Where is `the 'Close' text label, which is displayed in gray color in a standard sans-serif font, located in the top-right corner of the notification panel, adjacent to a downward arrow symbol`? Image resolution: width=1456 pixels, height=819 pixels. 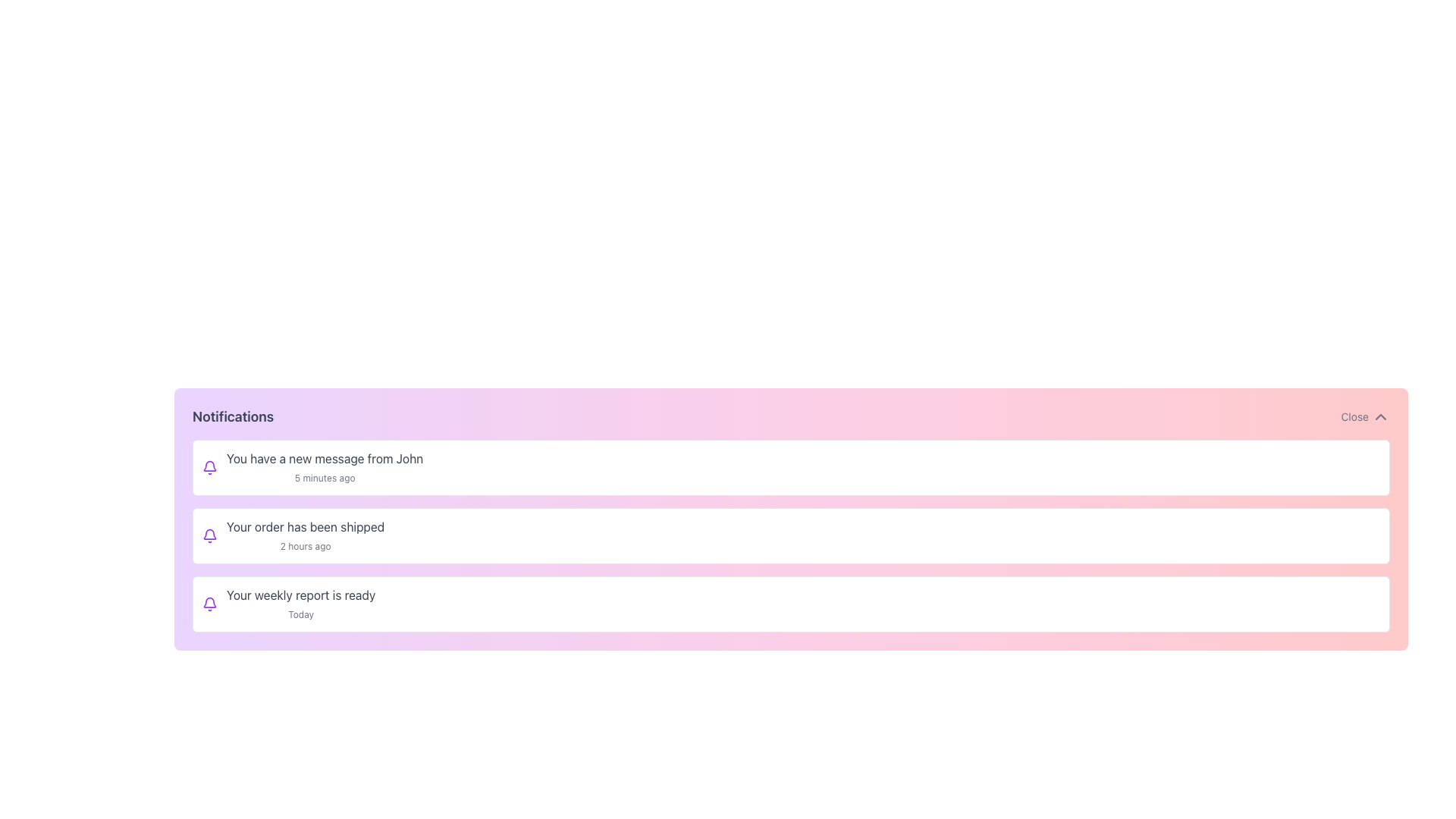
the 'Close' text label, which is displayed in gray color in a standard sans-serif font, located in the top-right corner of the notification panel, adjacent to a downward arrow symbol is located at coordinates (1354, 417).